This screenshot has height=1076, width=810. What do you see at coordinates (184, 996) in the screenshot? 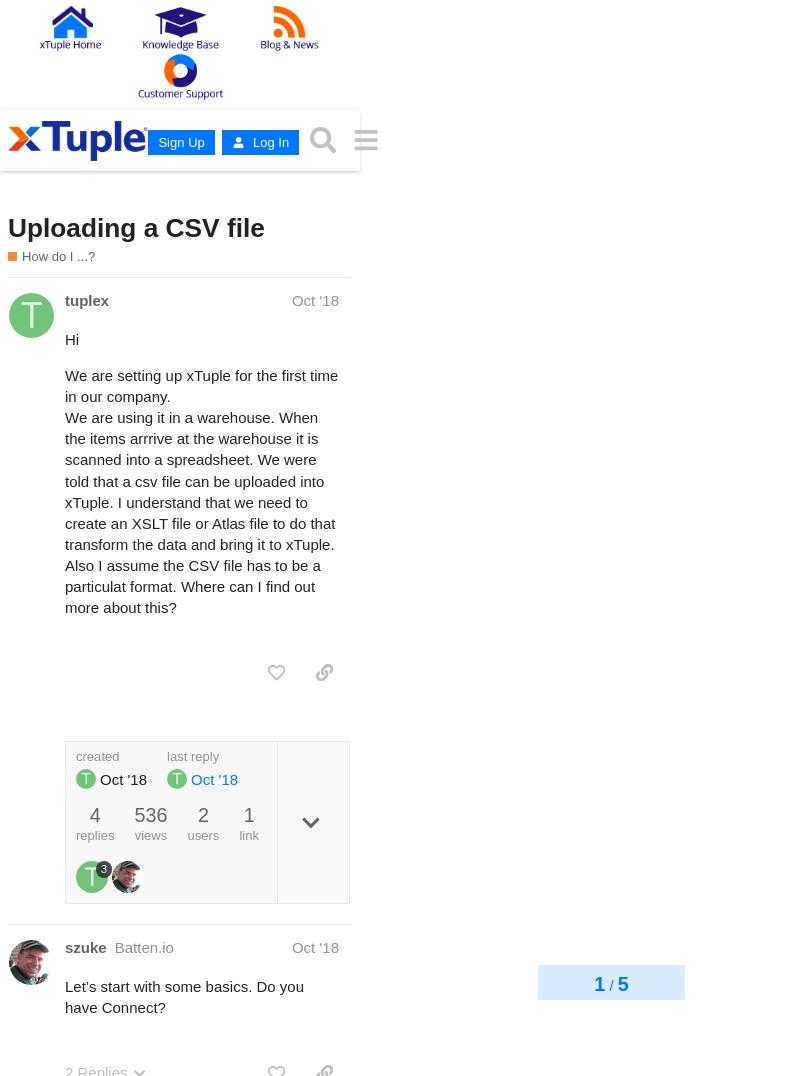
I see `'Let’s start with some basics. Do you have Connect?'` at bounding box center [184, 996].